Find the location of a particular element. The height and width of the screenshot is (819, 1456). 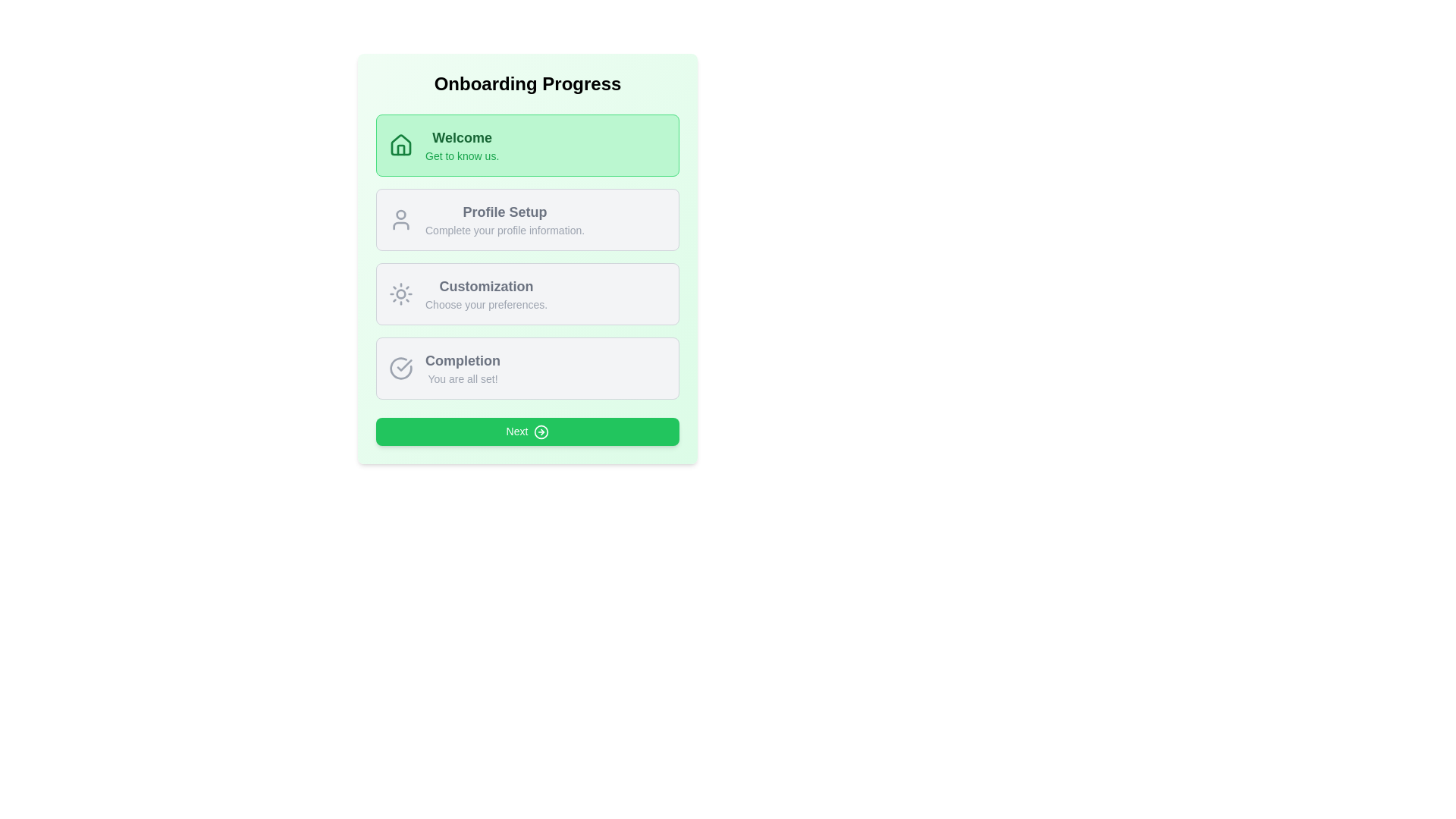

the text label displaying 'Completion' in bold dark-gray font, which is prominently positioned as the title of the last step in the onboarding progress section is located at coordinates (462, 360).